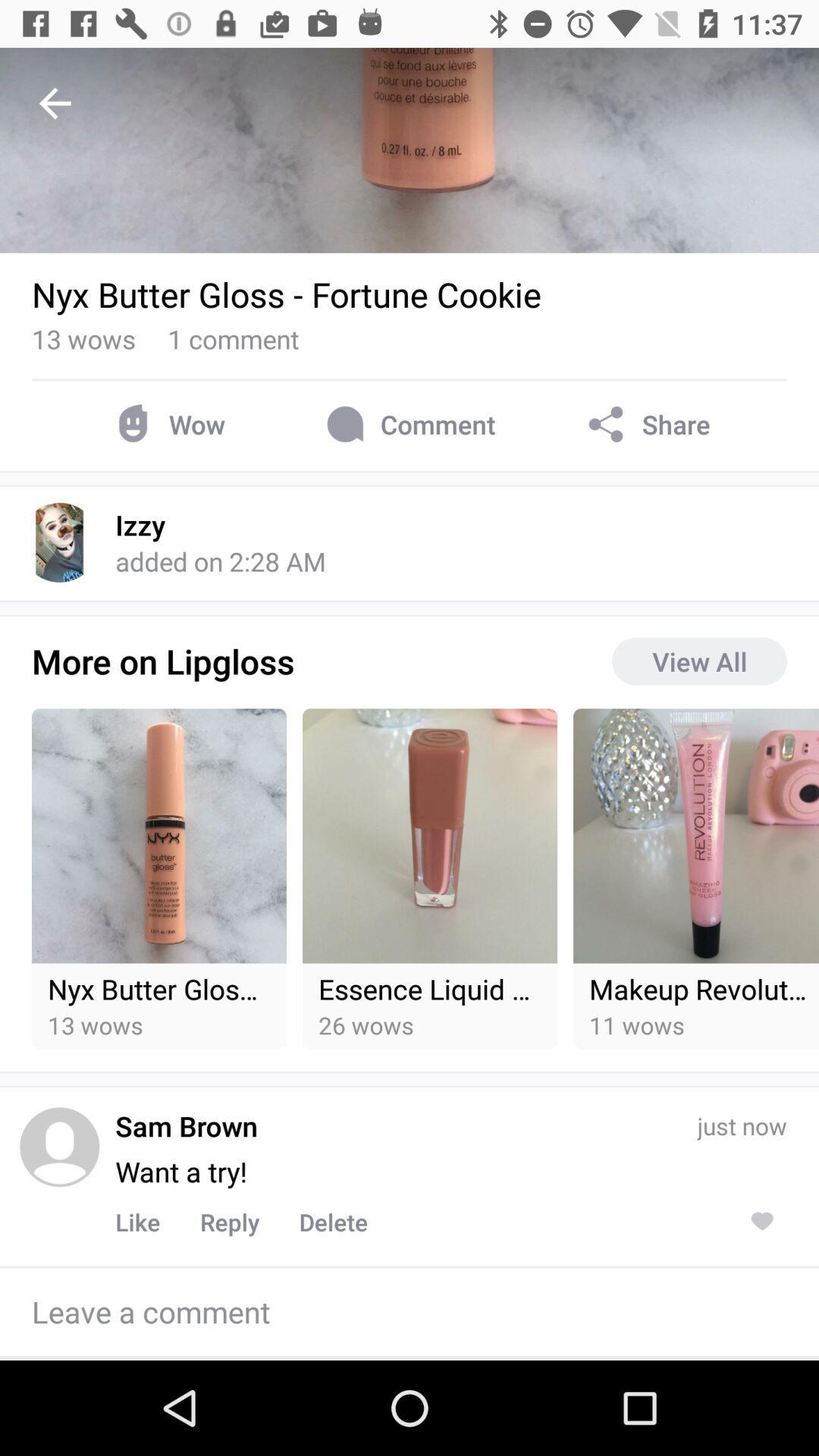 Image resolution: width=819 pixels, height=1456 pixels. Describe the element at coordinates (699, 661) in the screenshot. I see `the item below the share icon` at that location.